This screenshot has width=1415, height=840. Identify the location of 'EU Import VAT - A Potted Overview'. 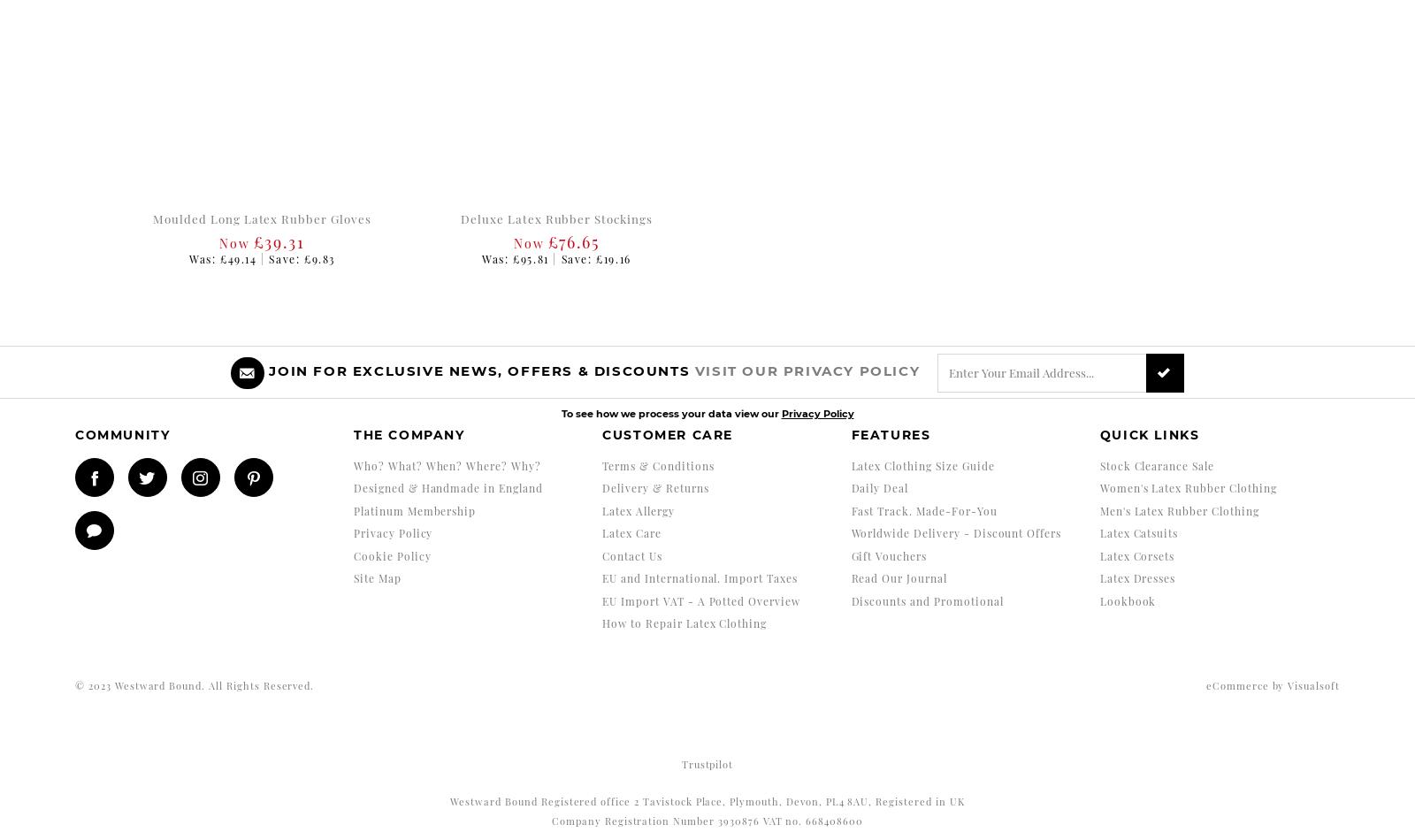
(700, 599).